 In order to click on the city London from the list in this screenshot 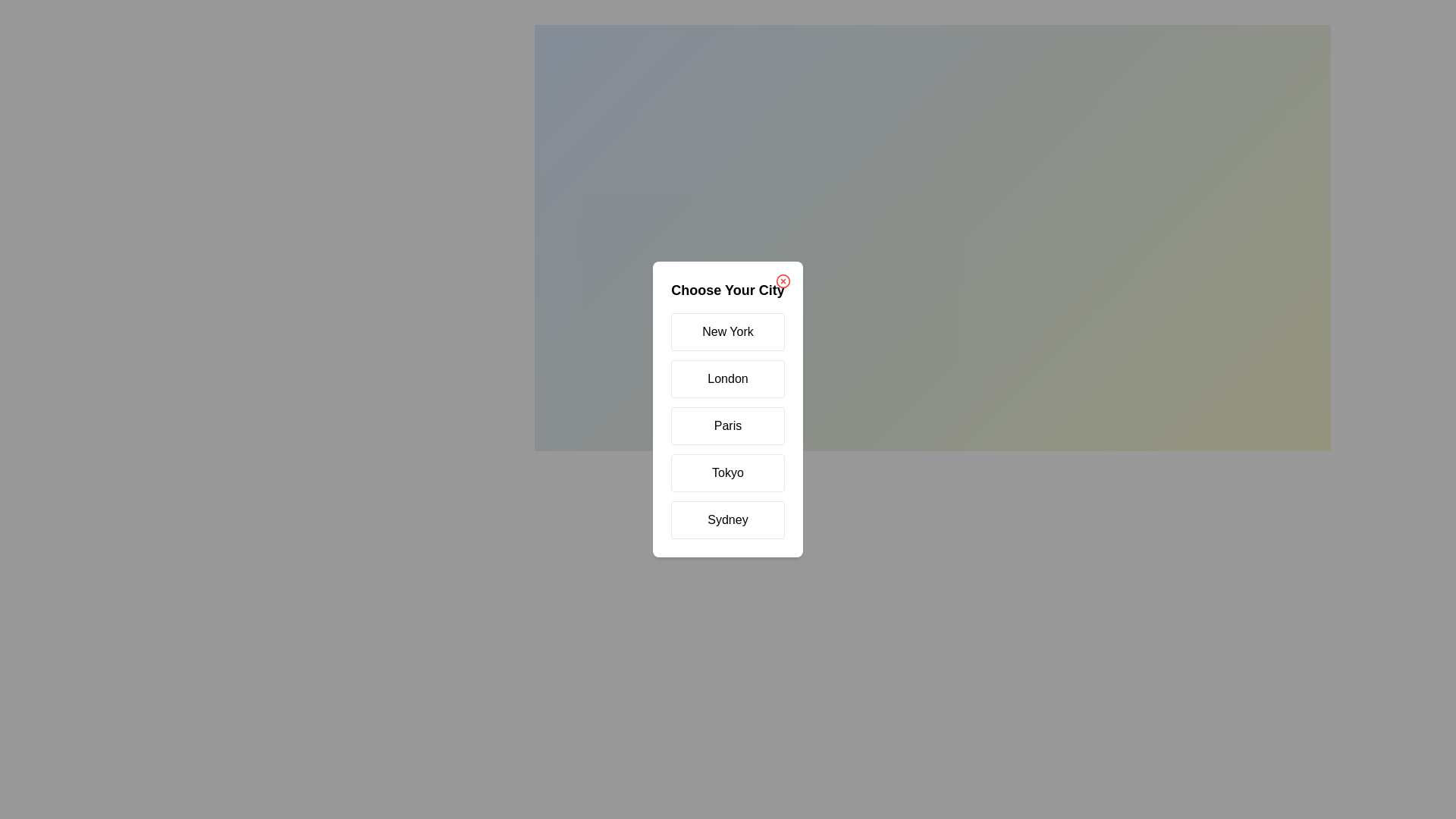, I will do `click(728, 378)`.